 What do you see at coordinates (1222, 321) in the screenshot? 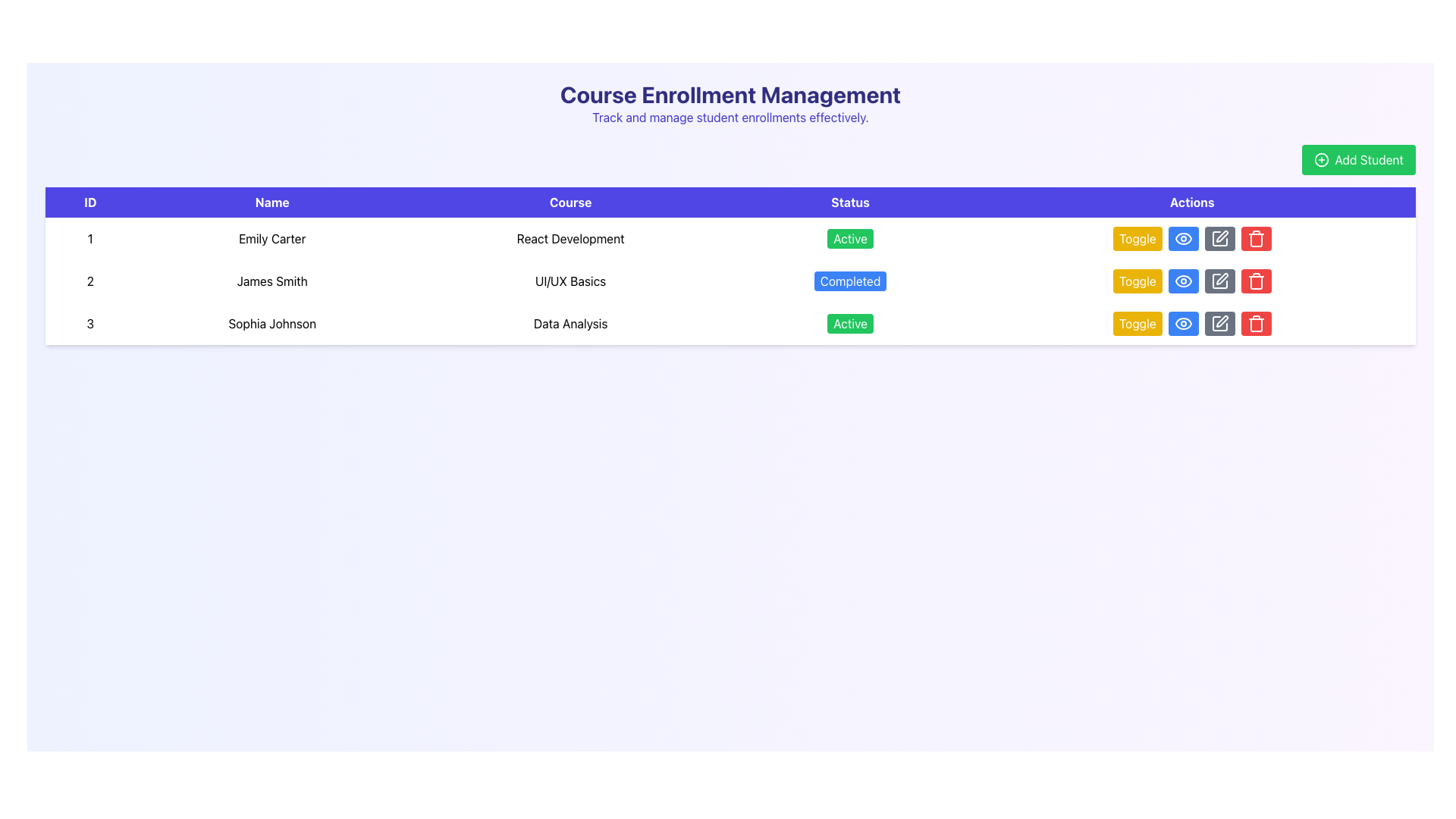
I see `the editing icon button` at bounding box center [1222, 321].